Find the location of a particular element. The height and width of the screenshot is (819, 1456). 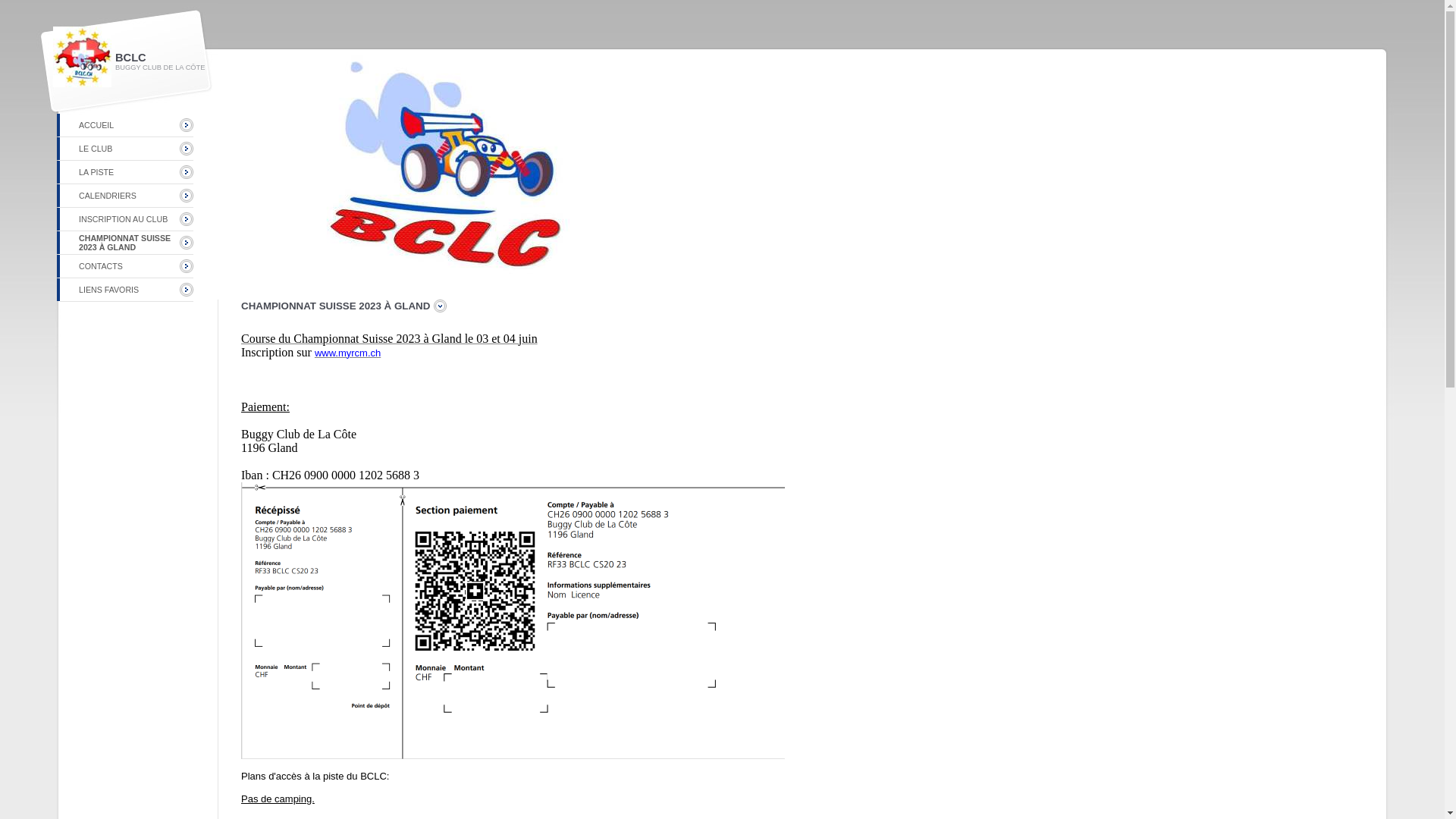

'LA PISTE' is located at coordinates (95, 171).